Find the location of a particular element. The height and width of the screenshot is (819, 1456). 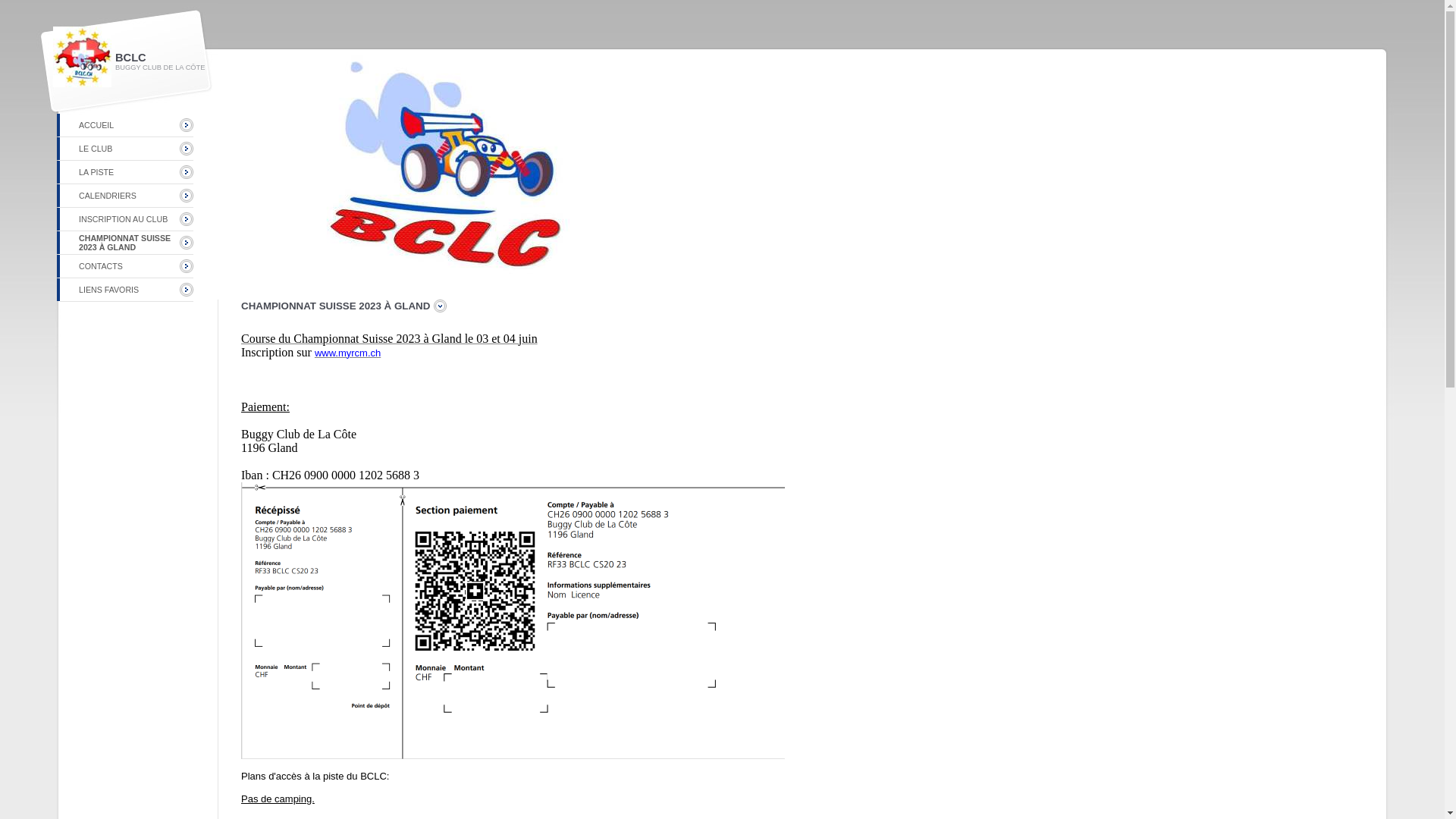

'LA PISTE' is located at coordinates (95, 171).